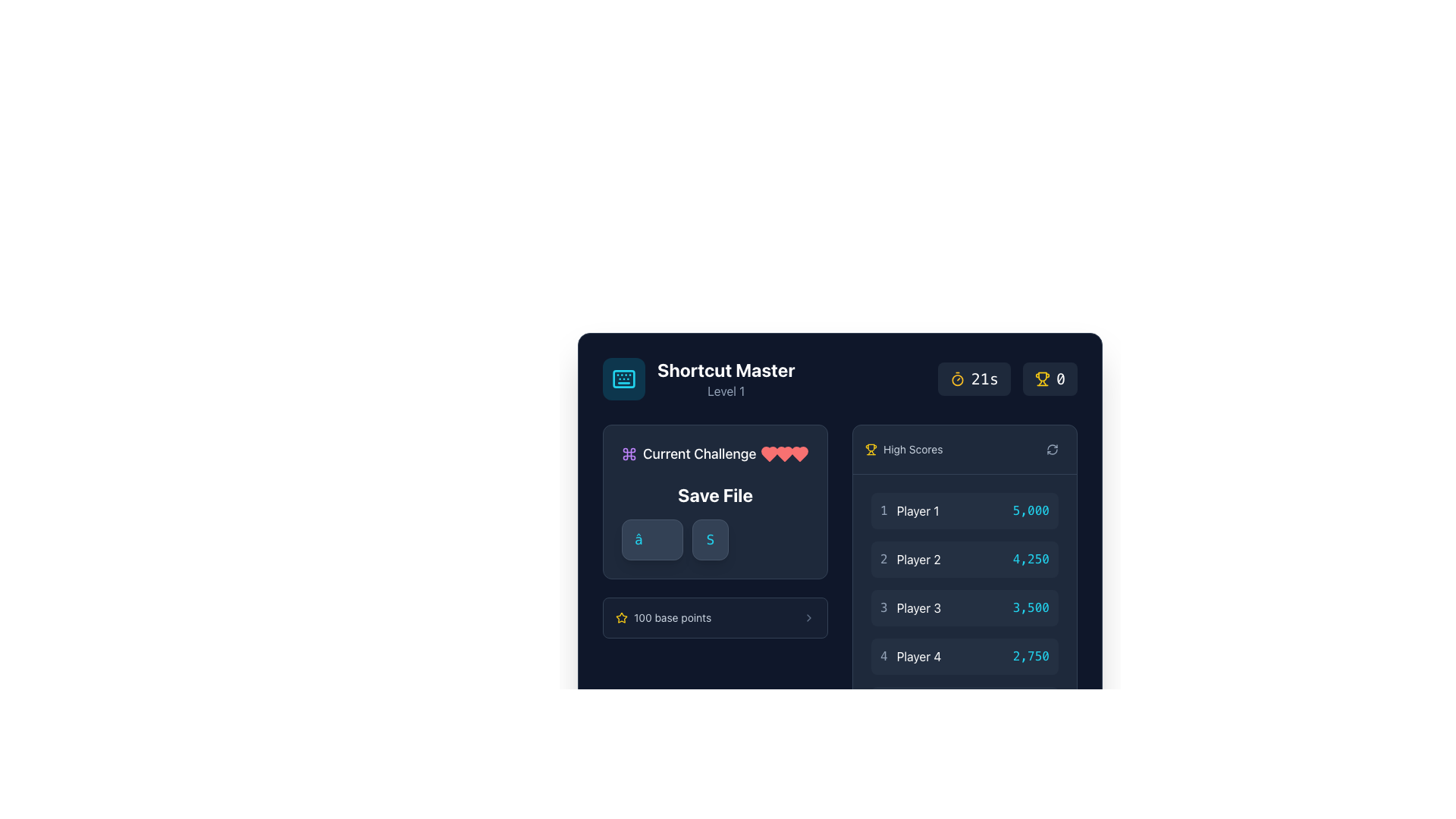 This screenshot has width=1456, height=819. I want to click on displayed number '0' from the white monospace text label located in the top-right corner of the interface, beside a small yellow trophy icon, so click(1059, 378).